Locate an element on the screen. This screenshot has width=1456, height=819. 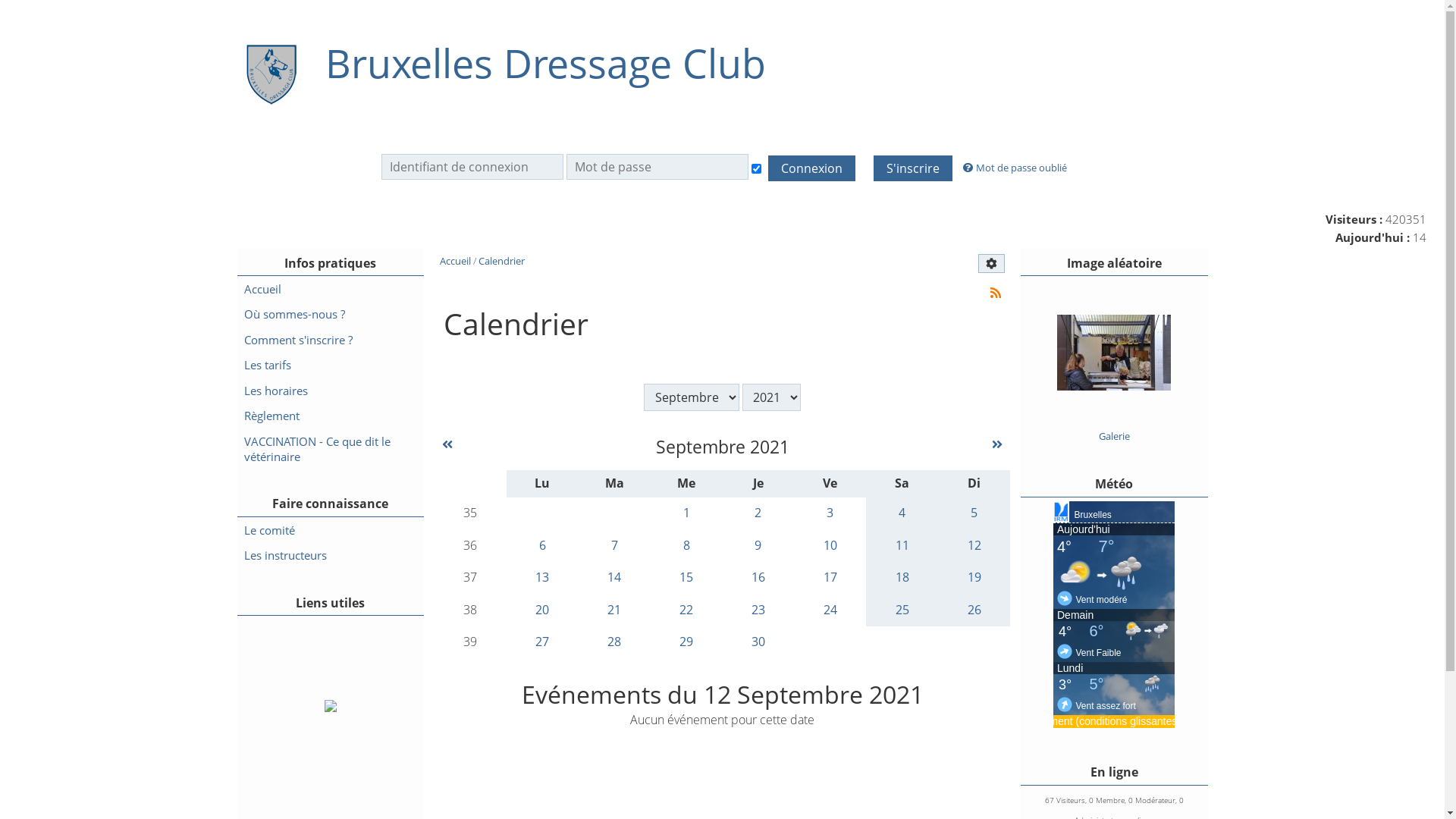
'19' is located at coordinates (974, 578).